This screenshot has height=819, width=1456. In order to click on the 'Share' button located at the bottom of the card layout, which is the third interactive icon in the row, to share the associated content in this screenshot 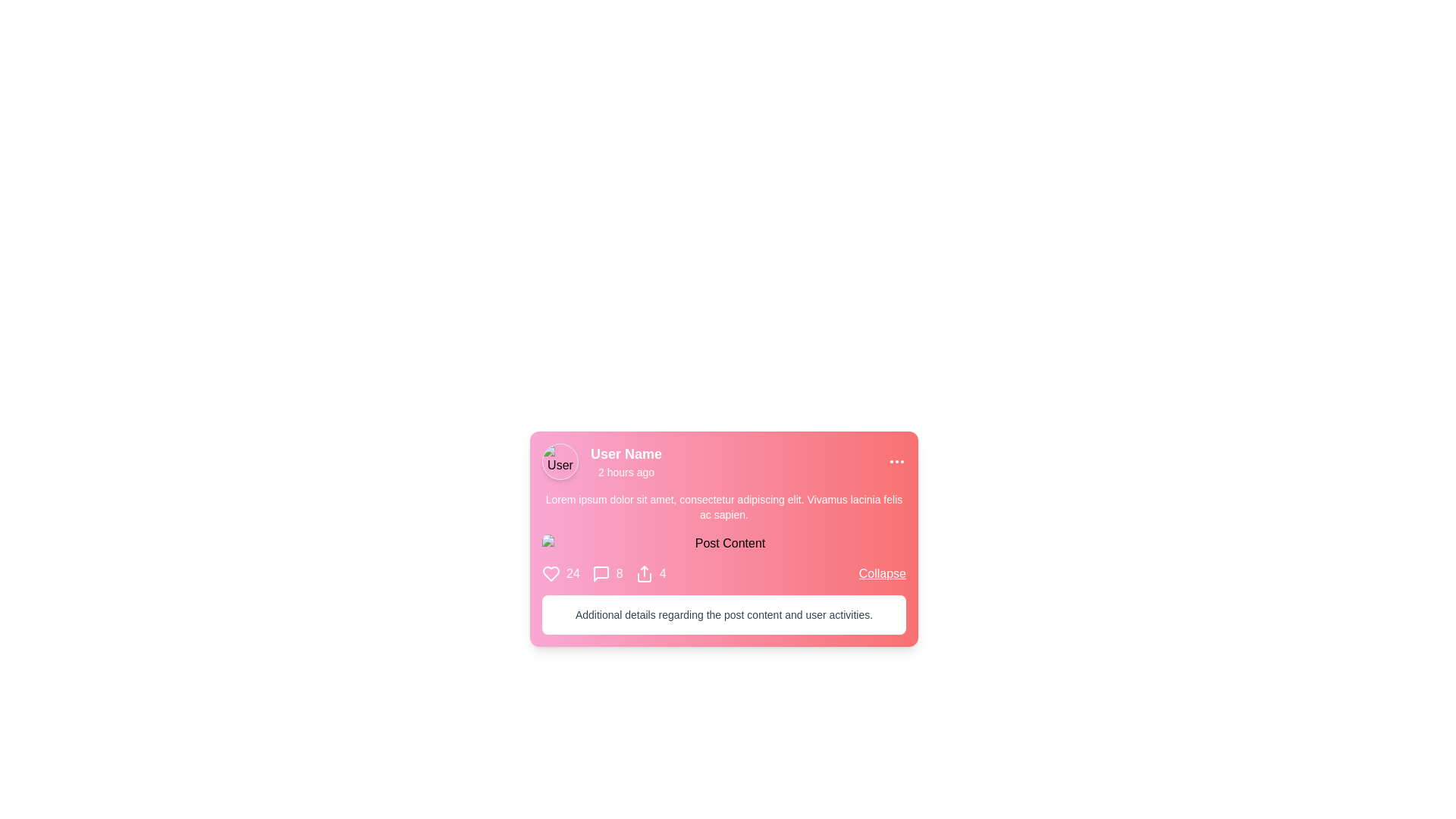, I will do `click(651, 573)`.